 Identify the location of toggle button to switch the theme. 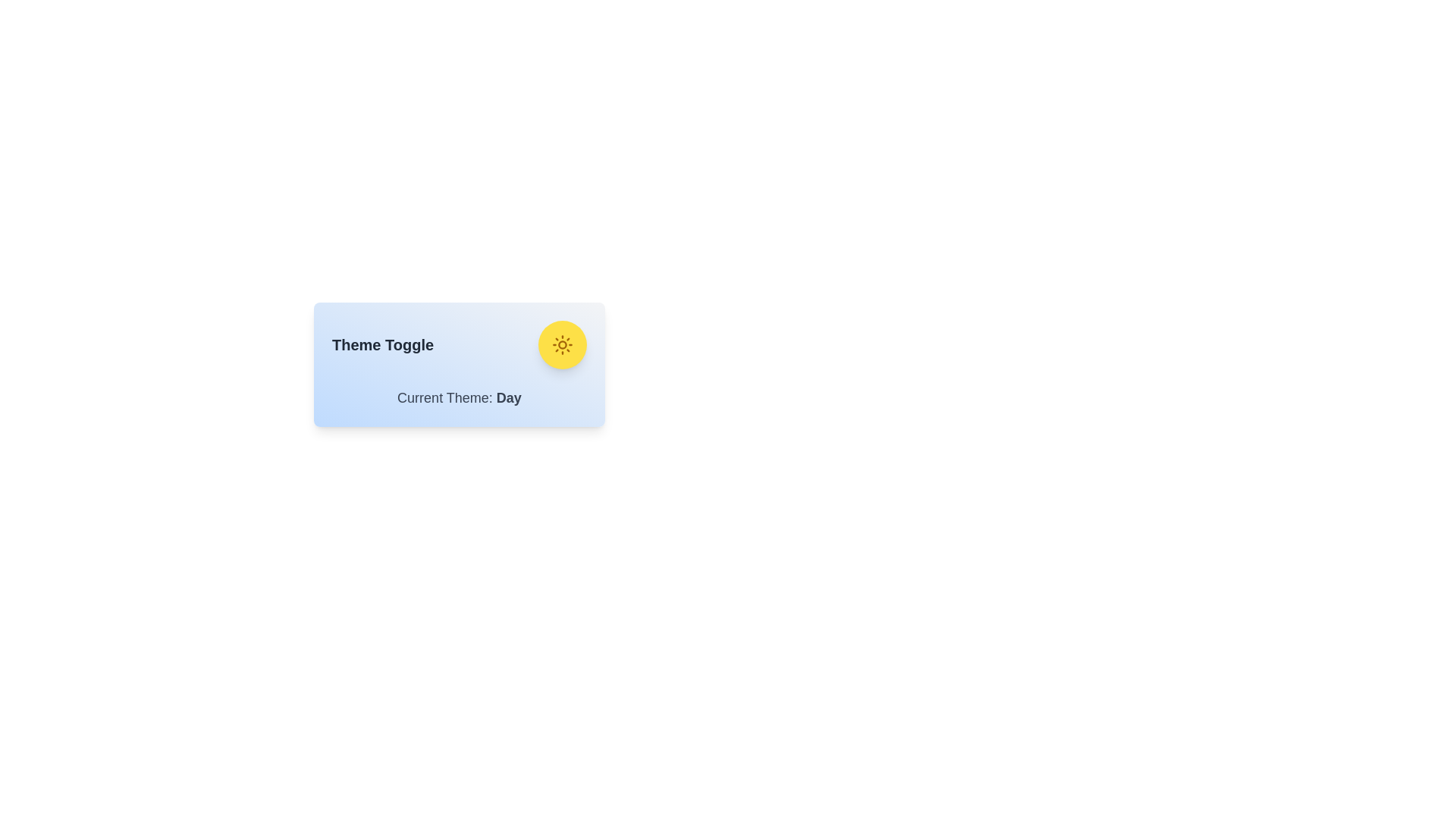
(562, 345).